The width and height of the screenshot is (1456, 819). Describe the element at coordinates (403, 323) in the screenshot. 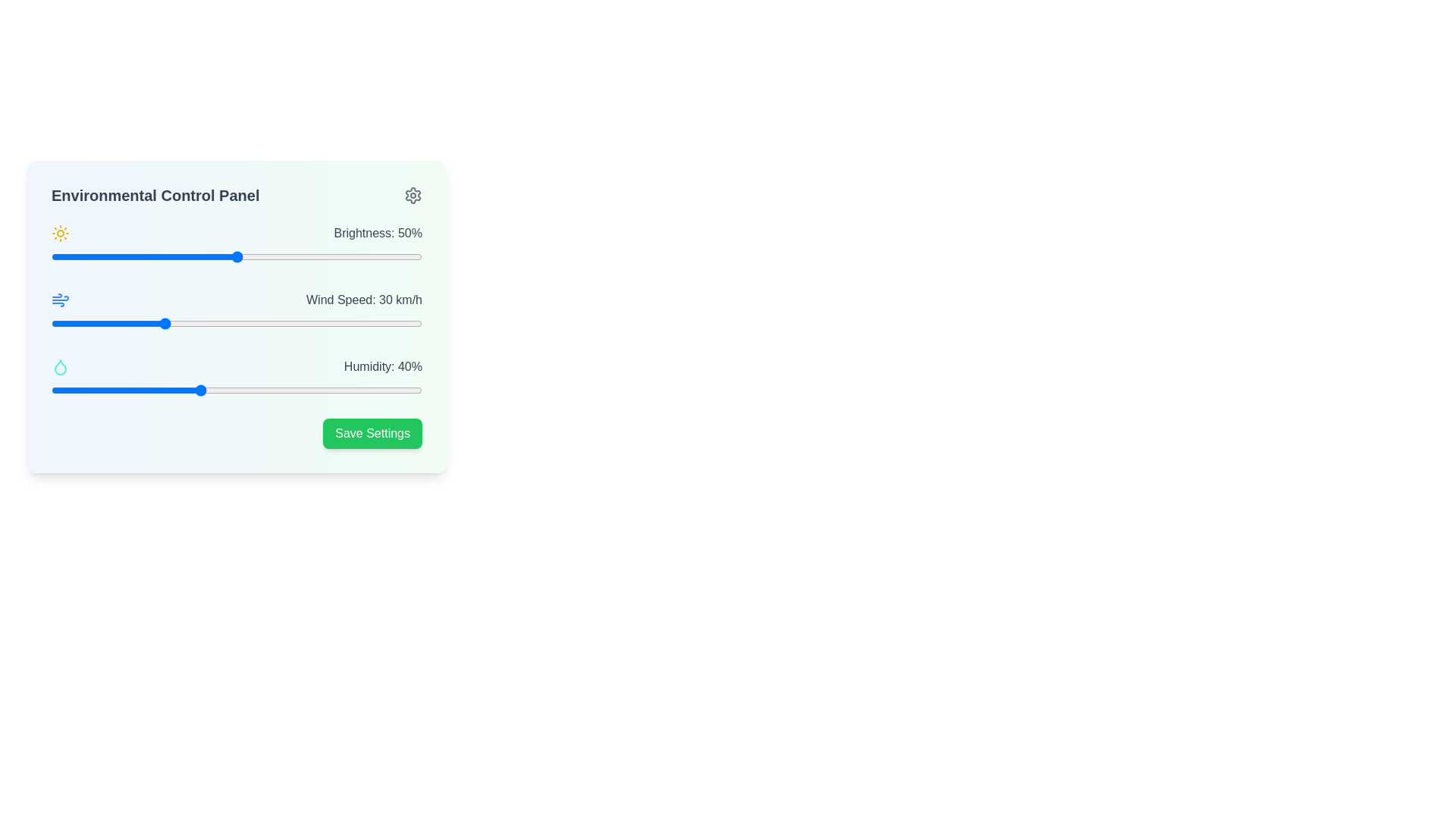

I see `the wind speed` at that location.